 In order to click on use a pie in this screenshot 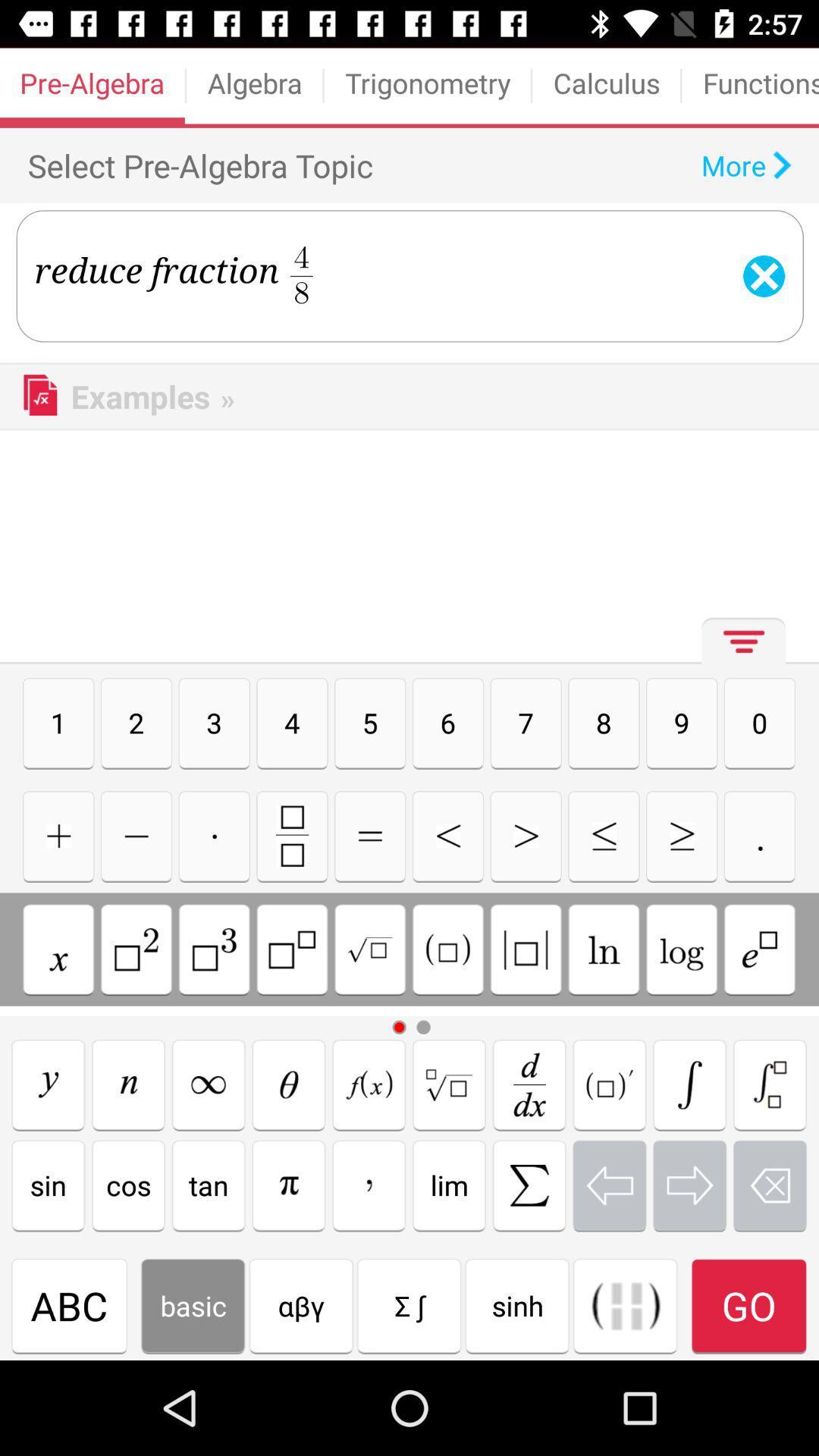, I will do `click(289, 1185)`.